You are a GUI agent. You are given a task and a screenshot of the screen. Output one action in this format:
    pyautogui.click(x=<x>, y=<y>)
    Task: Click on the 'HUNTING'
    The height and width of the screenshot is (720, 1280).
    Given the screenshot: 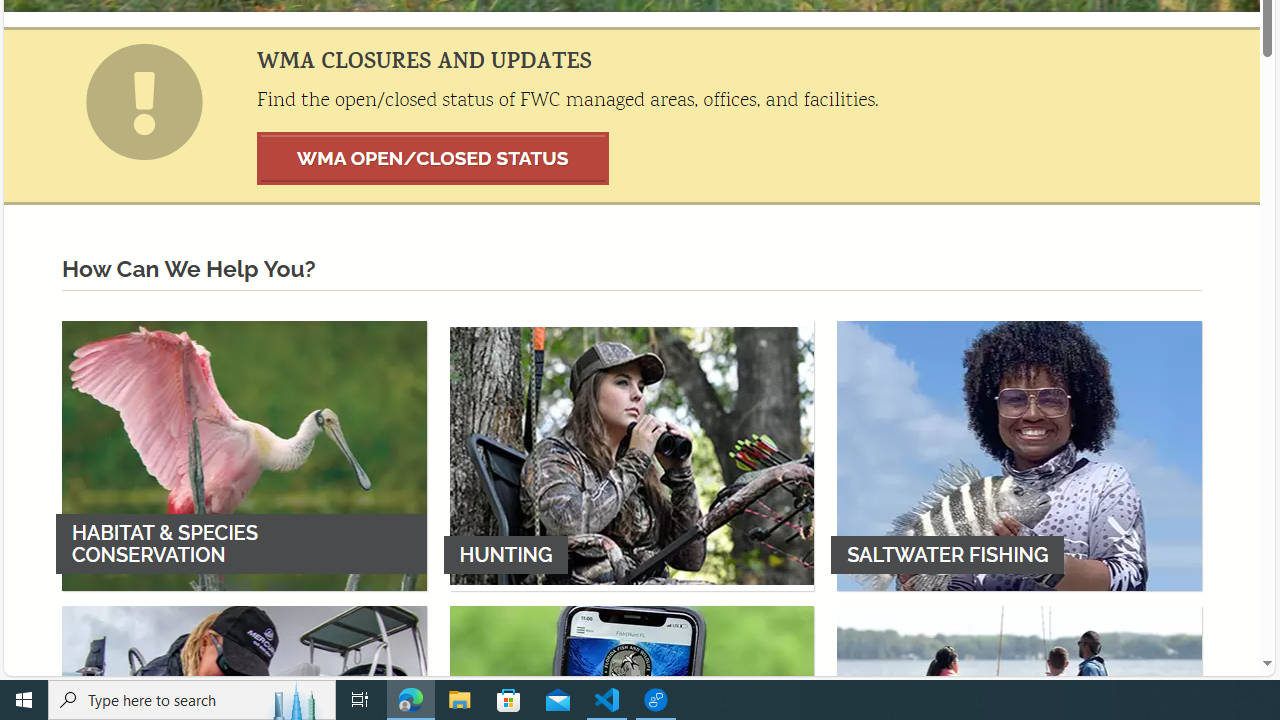 What is the action you would take?
    pyautogui.click(x=631, y=455)
    